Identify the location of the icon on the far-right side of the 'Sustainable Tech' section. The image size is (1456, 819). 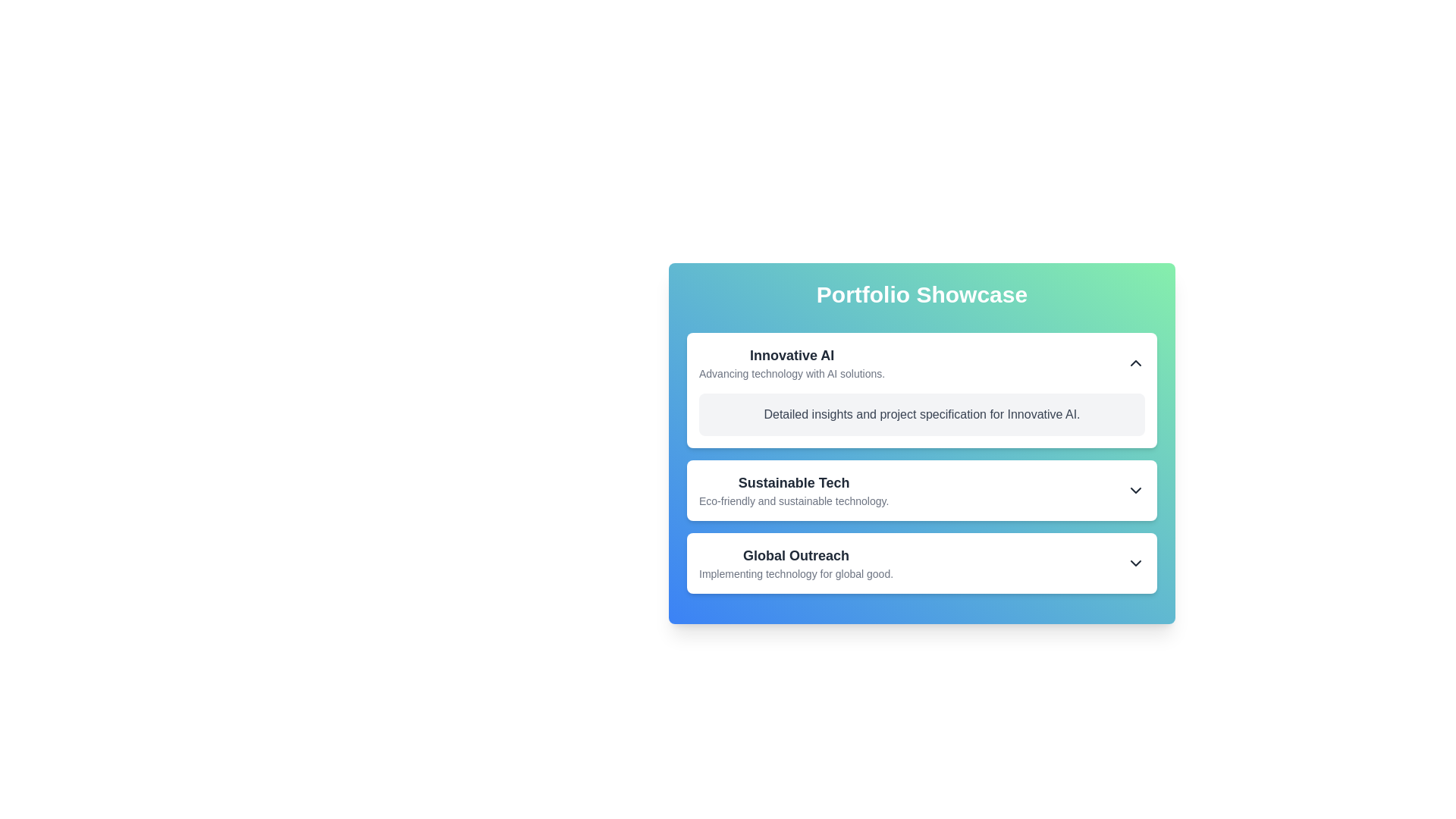
(1135, 491).